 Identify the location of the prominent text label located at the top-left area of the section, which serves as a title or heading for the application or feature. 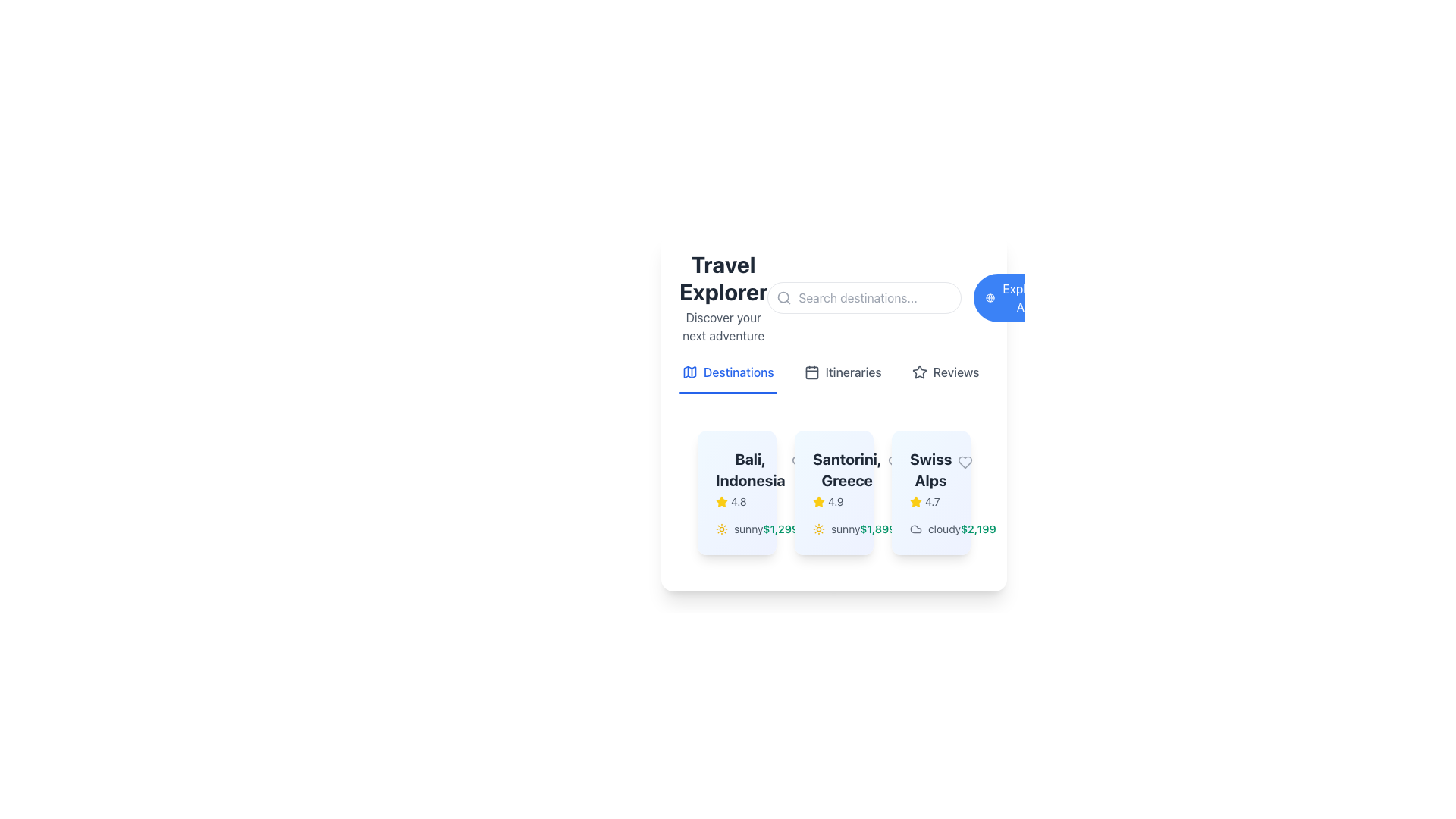
(723, 278).